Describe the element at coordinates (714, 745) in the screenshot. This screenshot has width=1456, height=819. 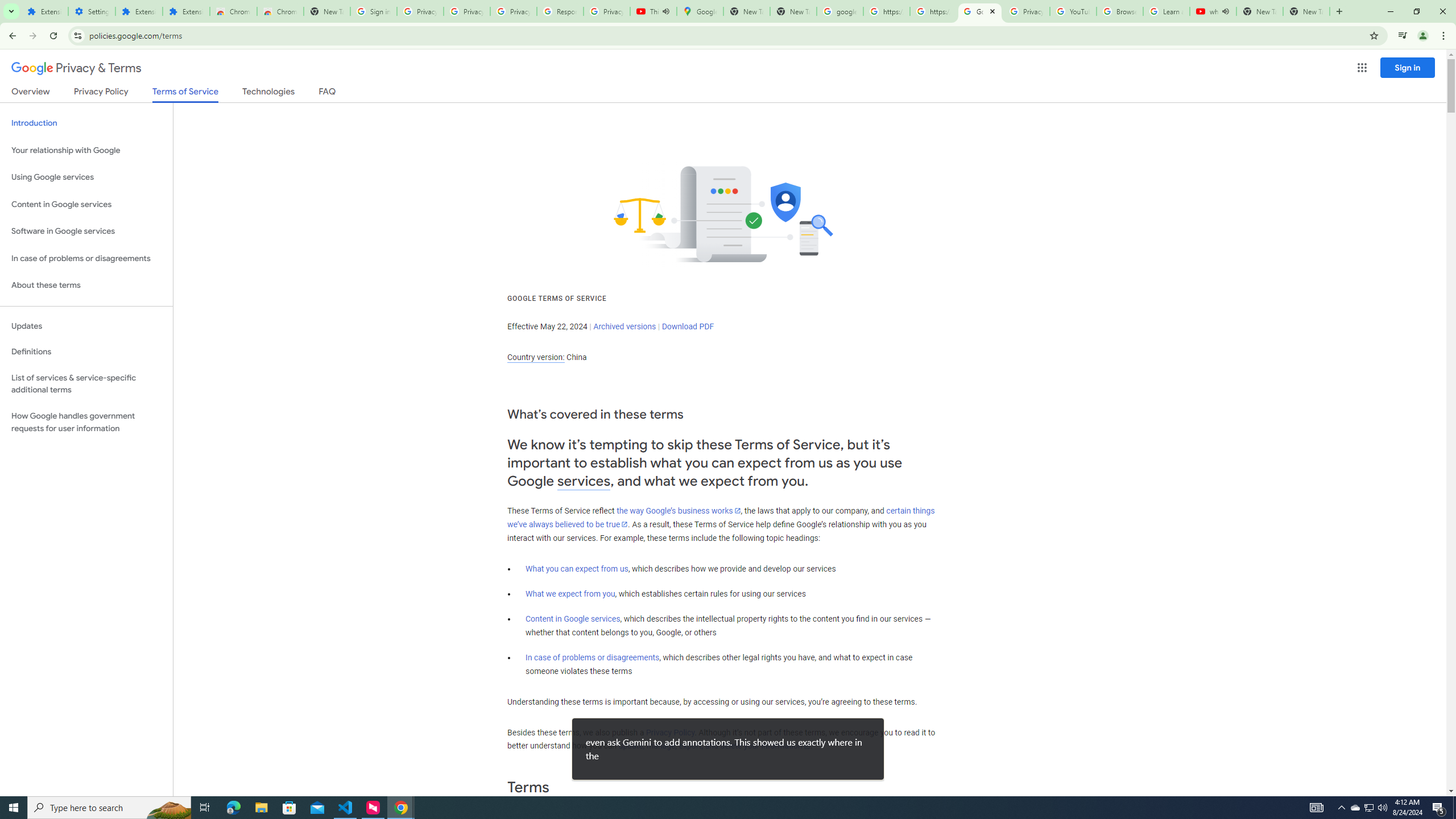
I see `'update, manage, export, and delete your information'` at that location.